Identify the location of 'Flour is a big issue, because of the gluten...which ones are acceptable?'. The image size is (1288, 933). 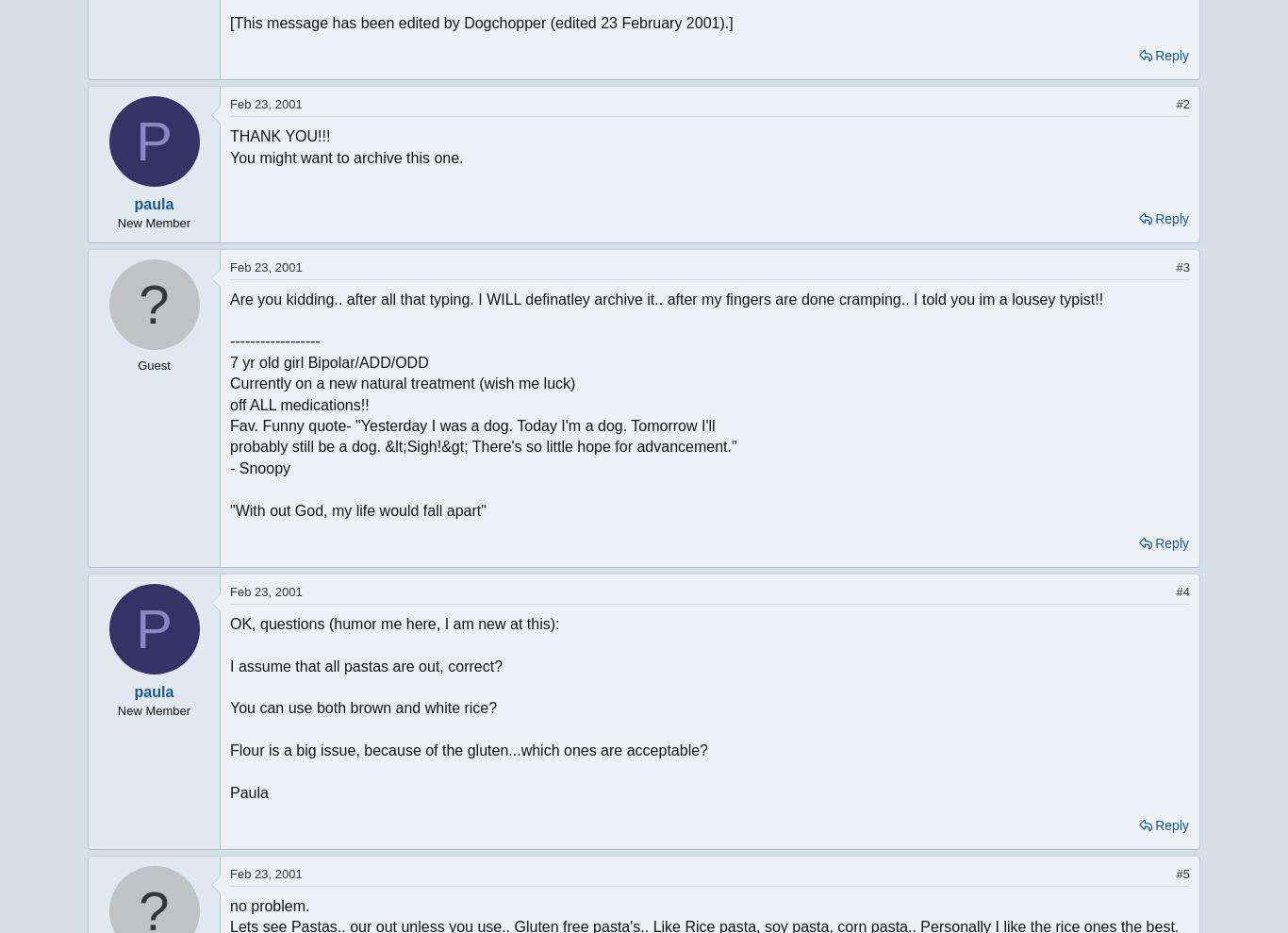
(468, 749).